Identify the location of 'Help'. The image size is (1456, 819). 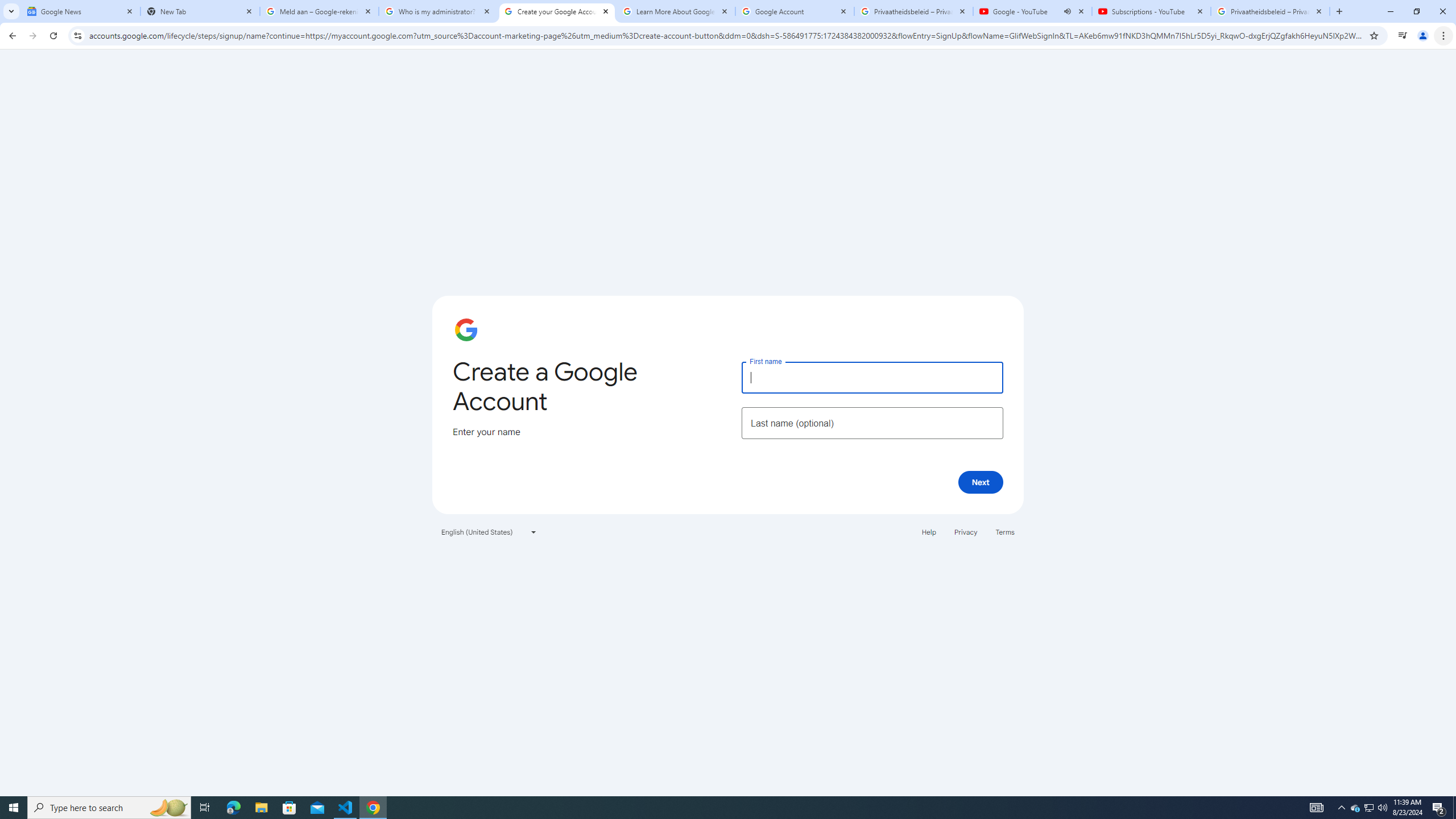
(928, 531).